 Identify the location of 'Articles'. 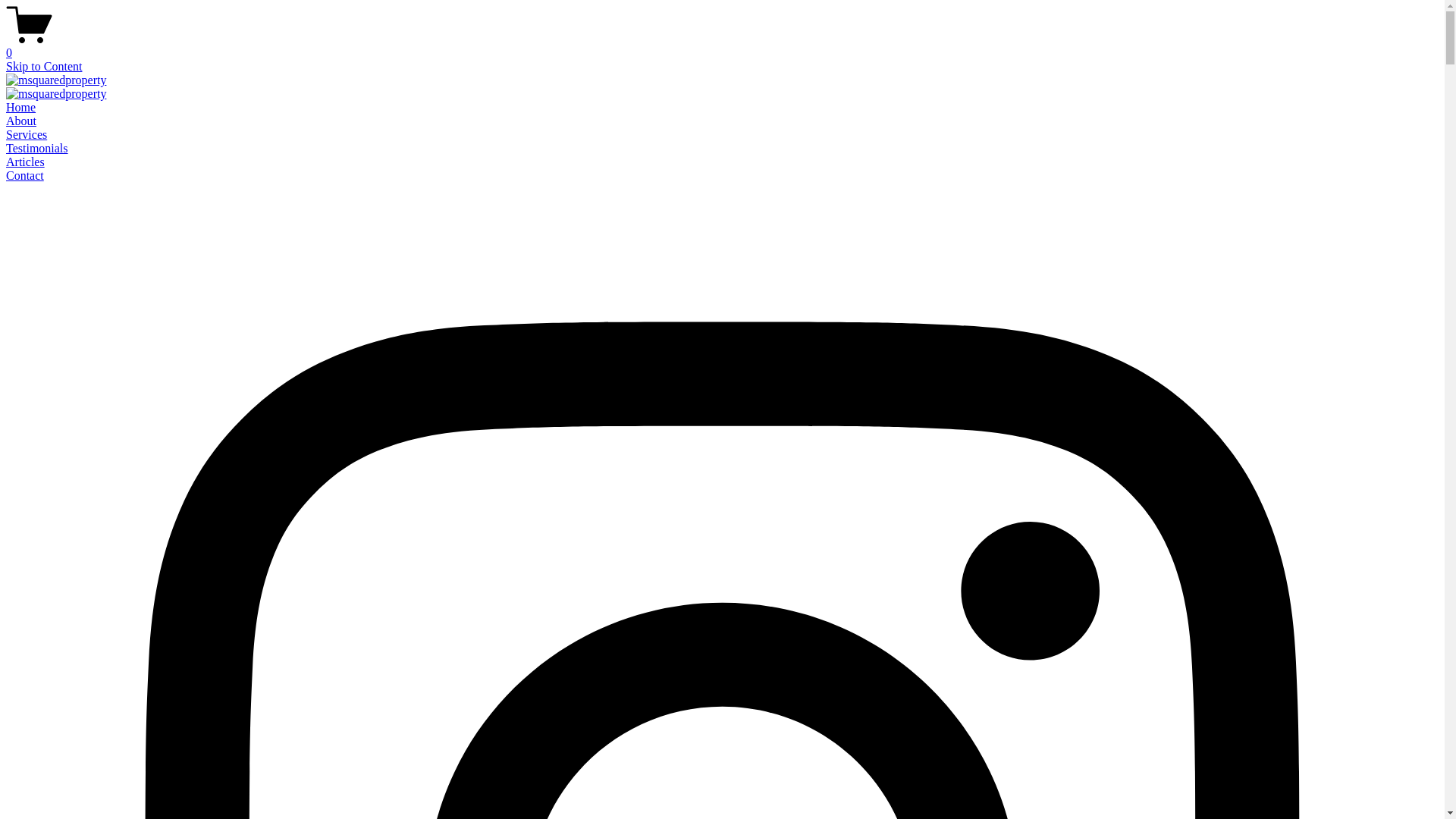
(6, 162).